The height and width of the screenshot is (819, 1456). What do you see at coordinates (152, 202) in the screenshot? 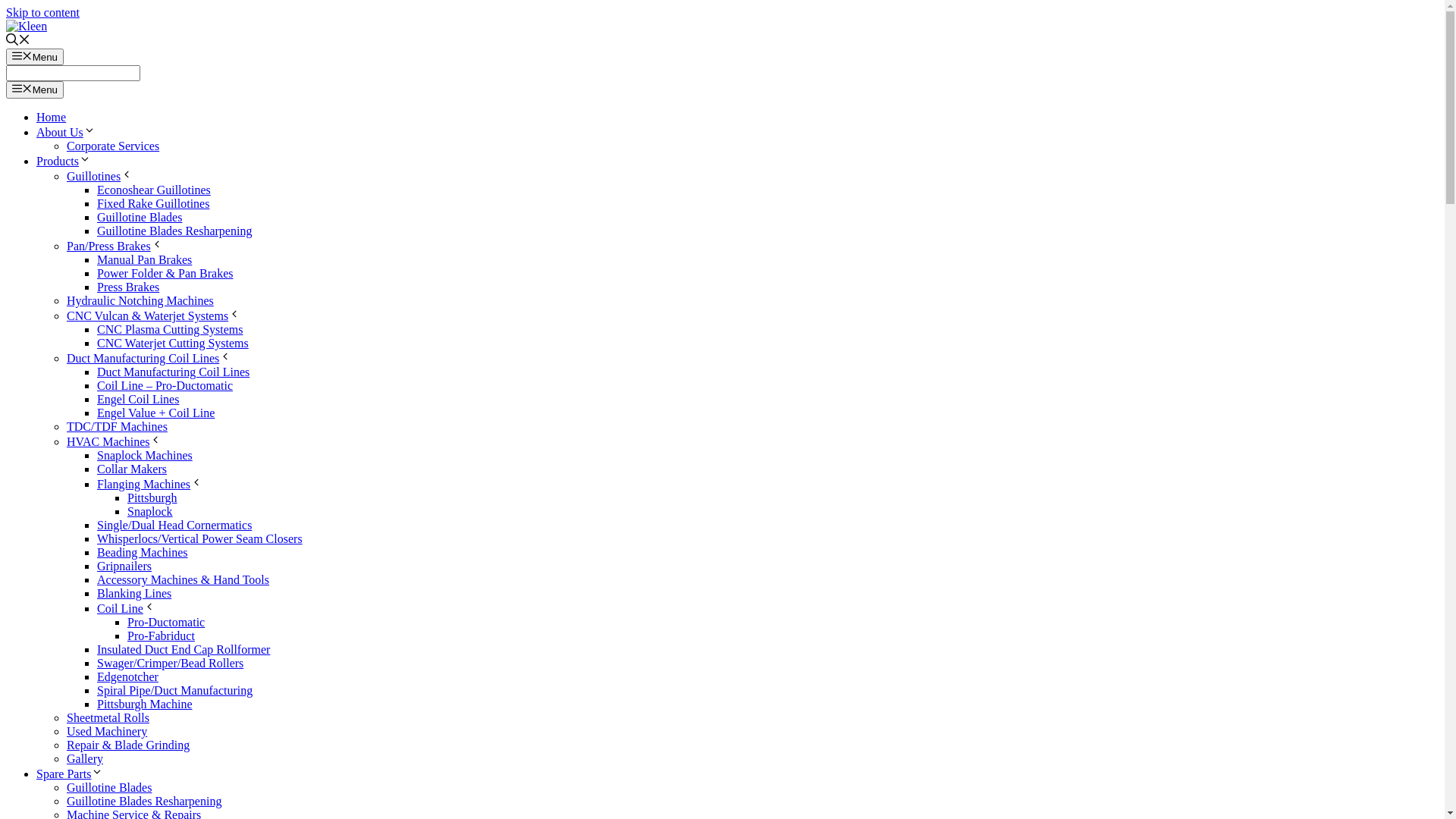
I see `'Fixed Rake Guillotines'` at bounding box center [152, 202].